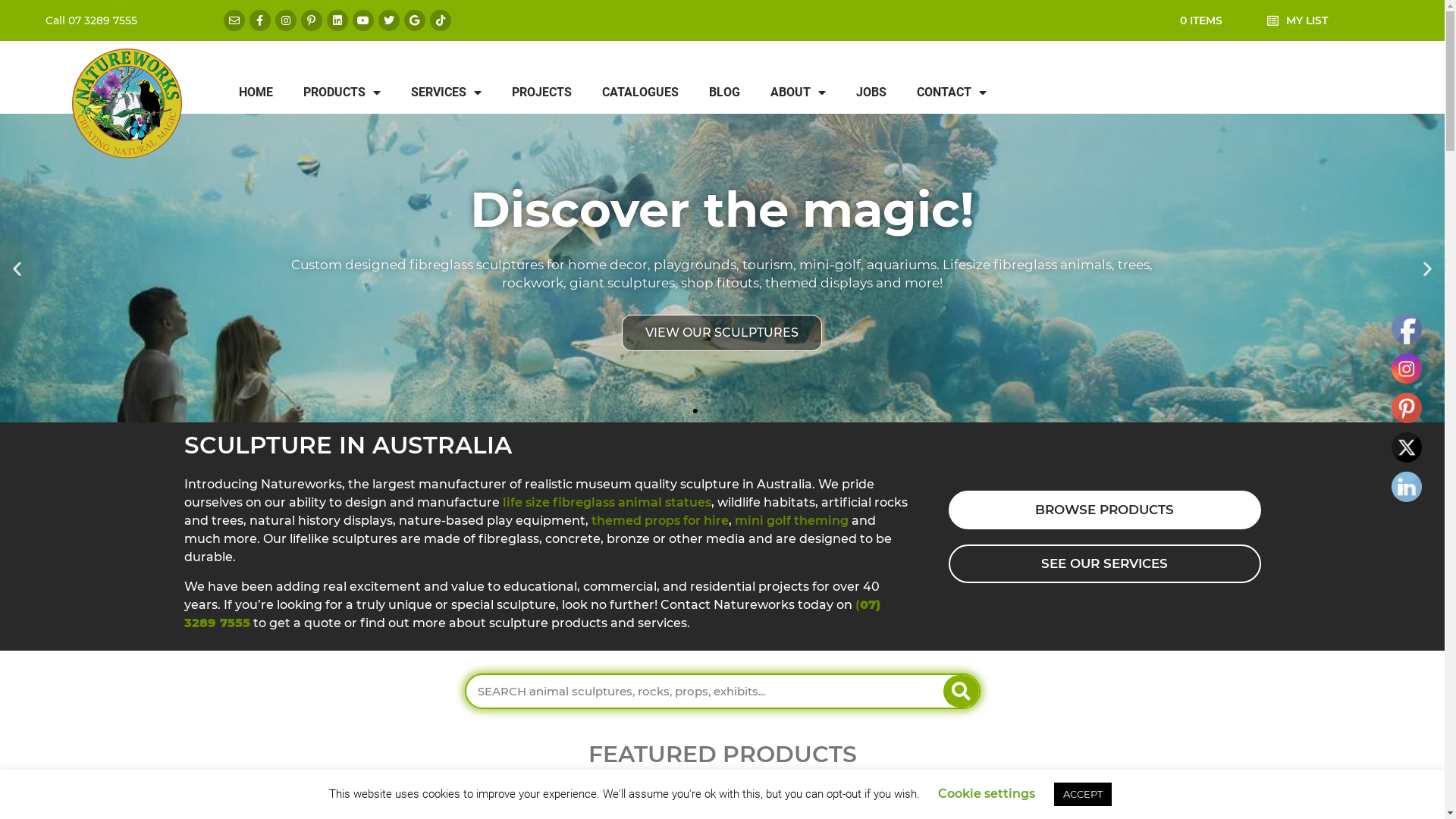  I want to click on 'MY LIST', so click(1285, 20).